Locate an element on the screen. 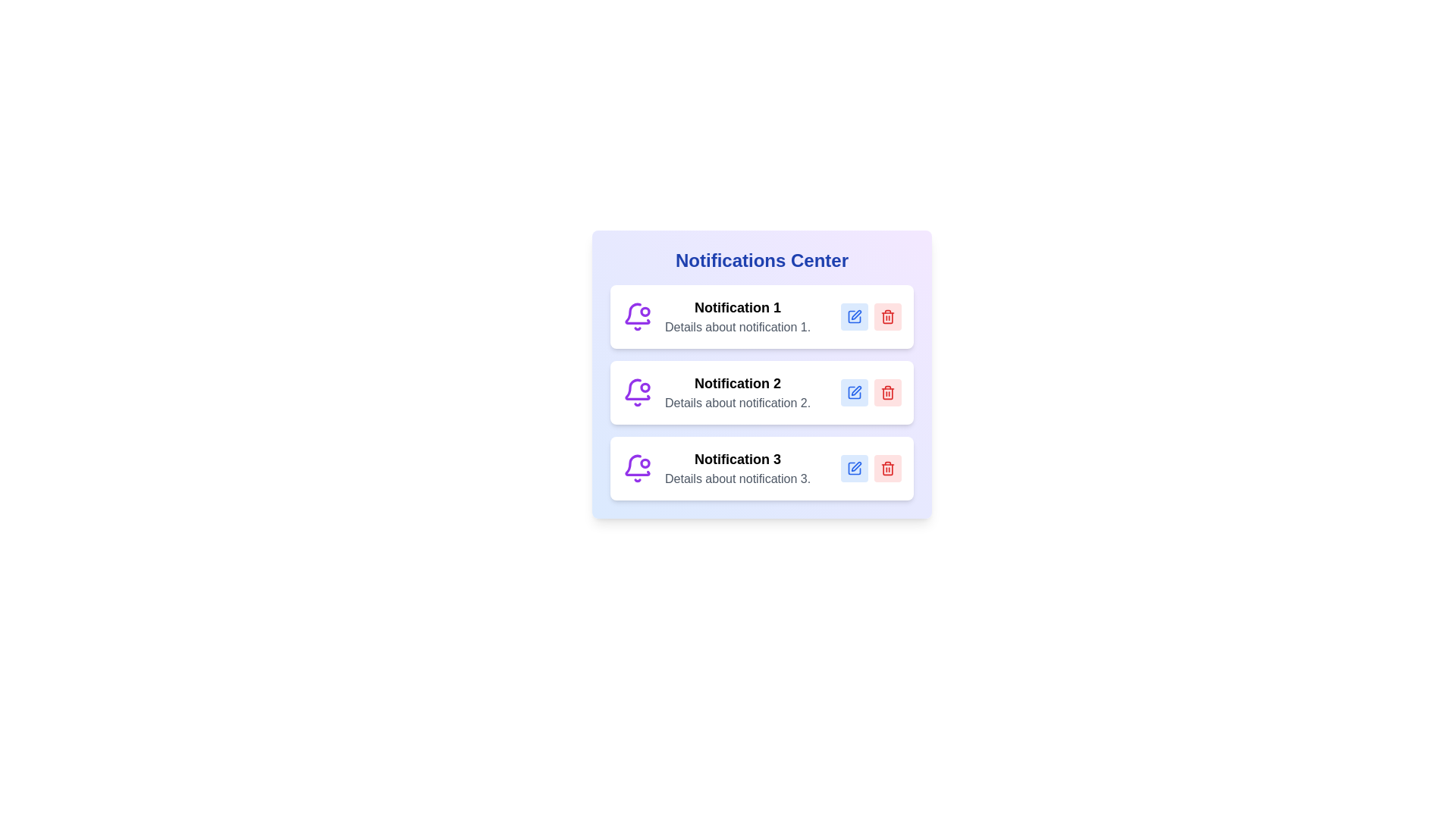 This screenshot has height=819, width=1456. the second notification item displayed in the notification center card is located at coordinates (738, 391).